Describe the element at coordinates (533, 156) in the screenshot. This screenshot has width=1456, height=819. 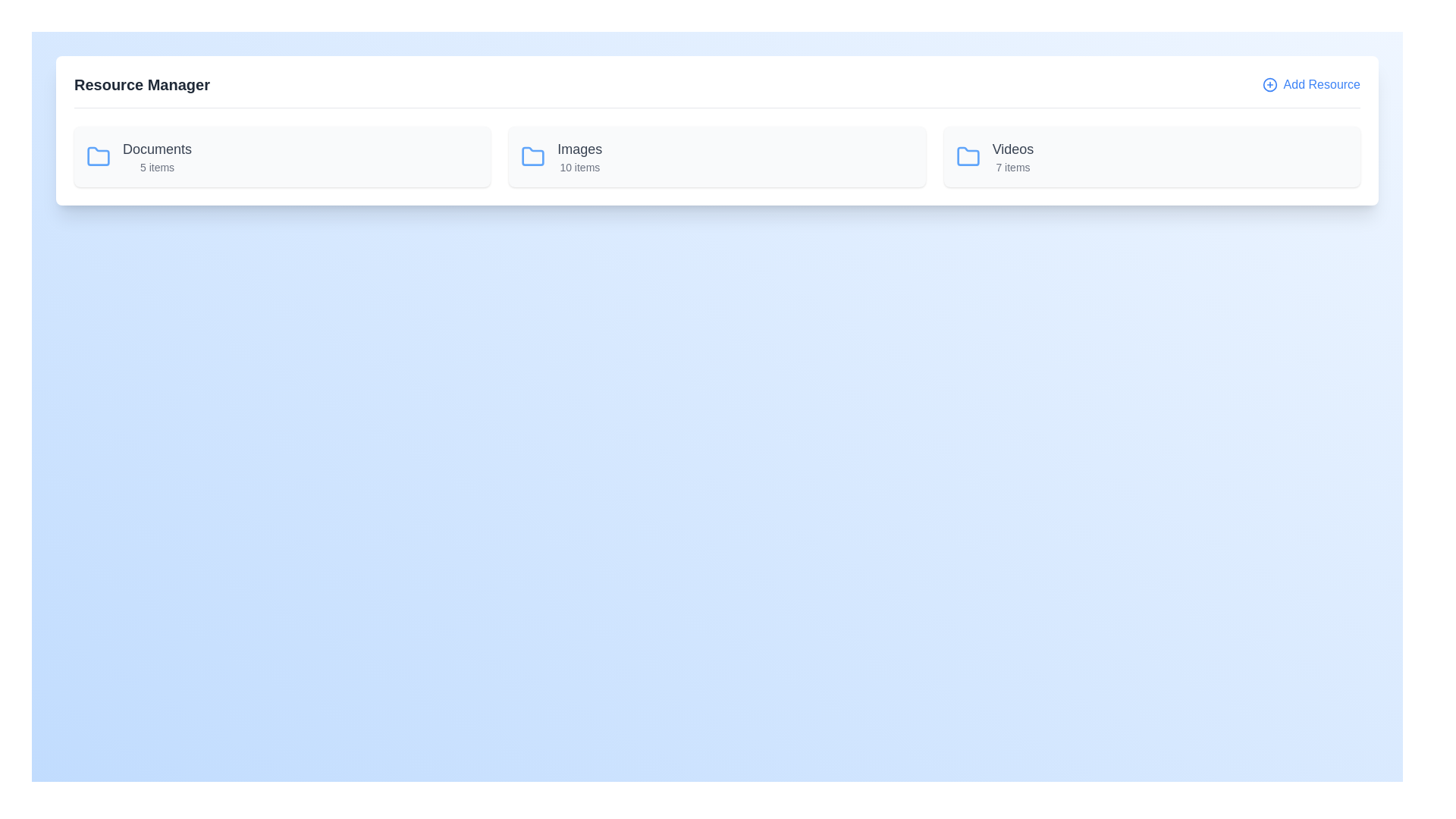
I see `the 'Images' graphical icon, which represents the 'Images' category and is located in the second position of the horizontal card layout` at that location.